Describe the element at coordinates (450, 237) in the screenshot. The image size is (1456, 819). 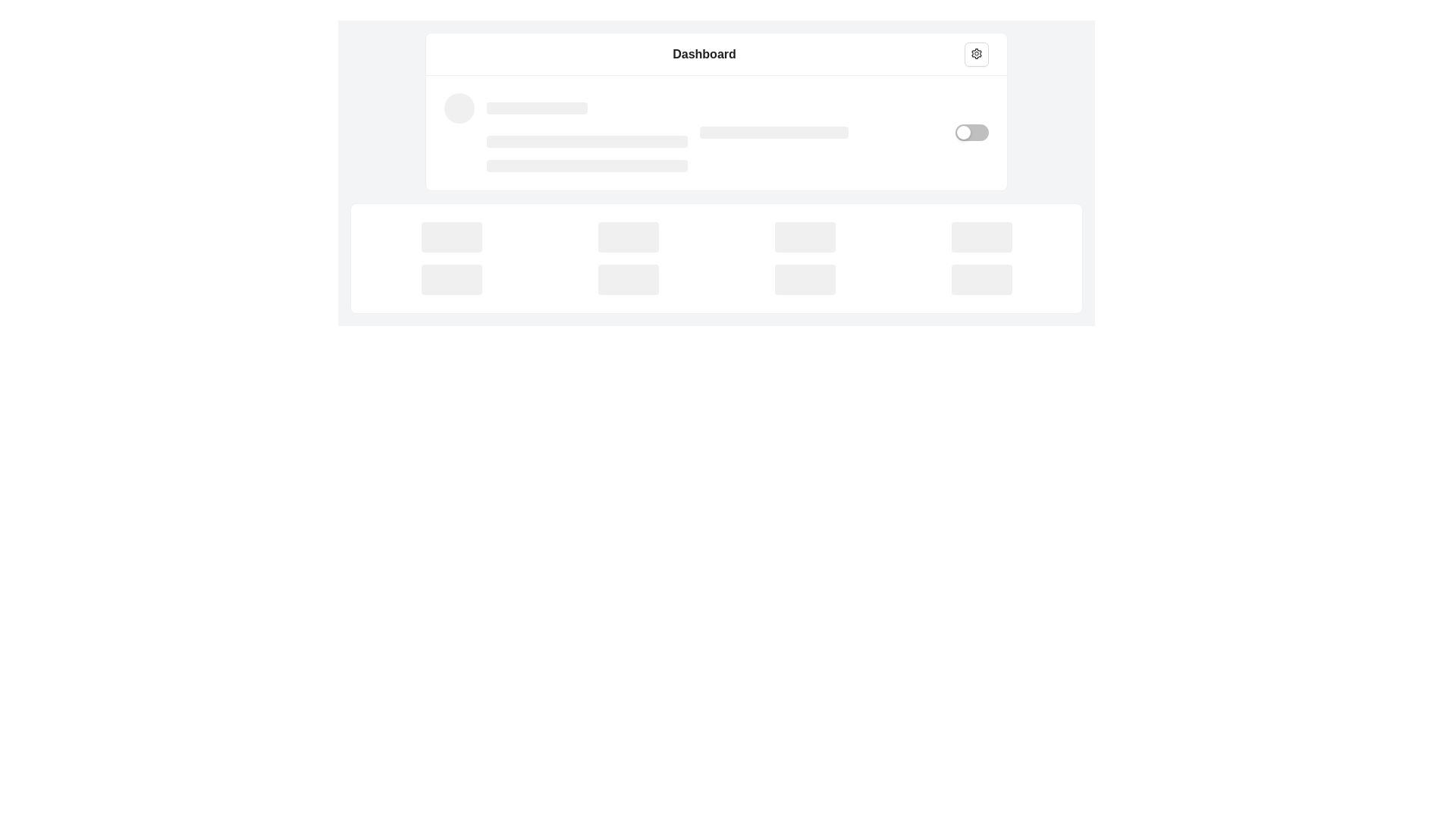
I see `the Skeleton button placeholder, which is a light-gray shaded rectangular component indicating a loading state, located at the center of the interface` at that location.